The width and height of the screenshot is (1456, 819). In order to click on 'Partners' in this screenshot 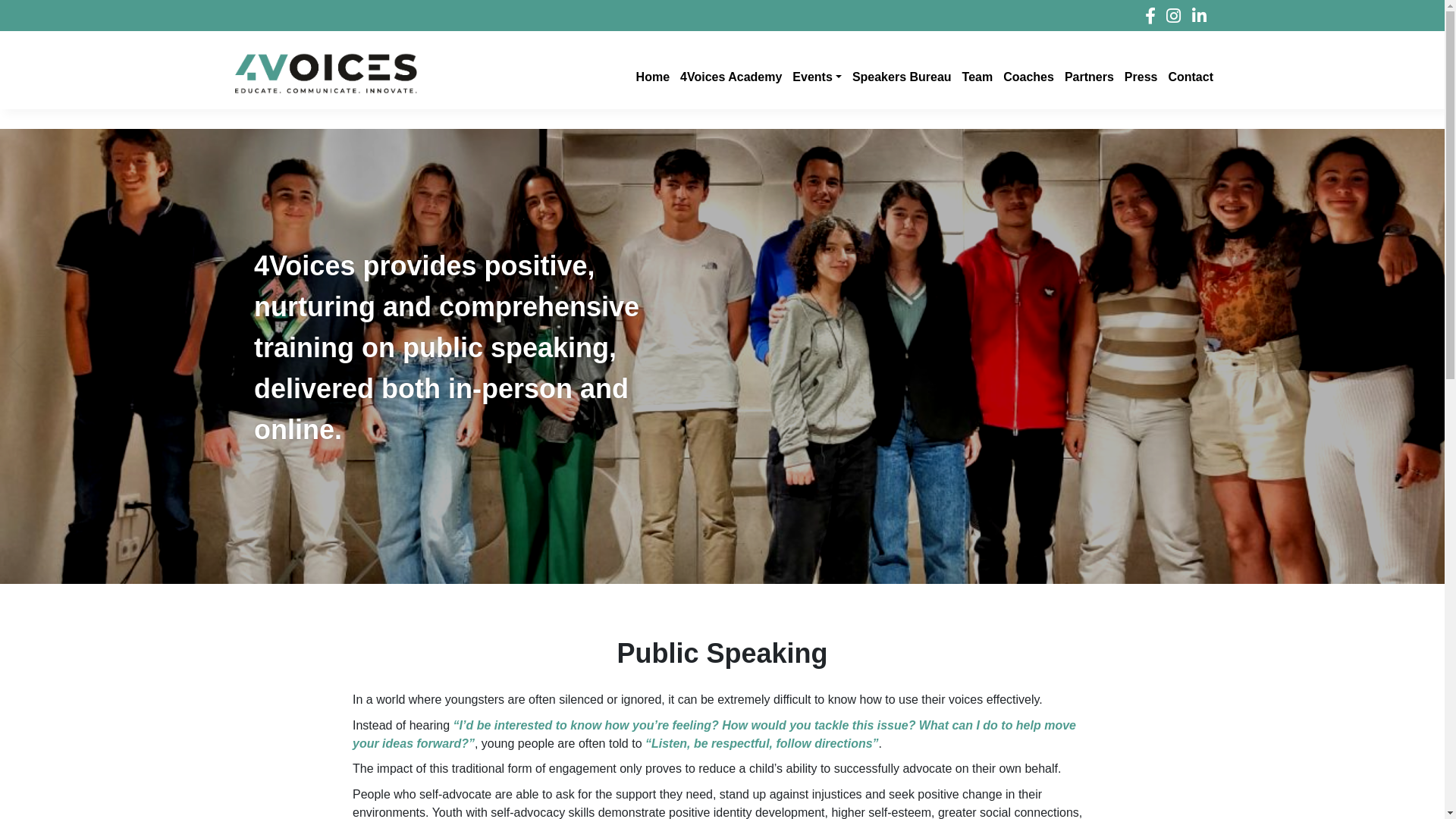, I will do `click(1087, 74)`.